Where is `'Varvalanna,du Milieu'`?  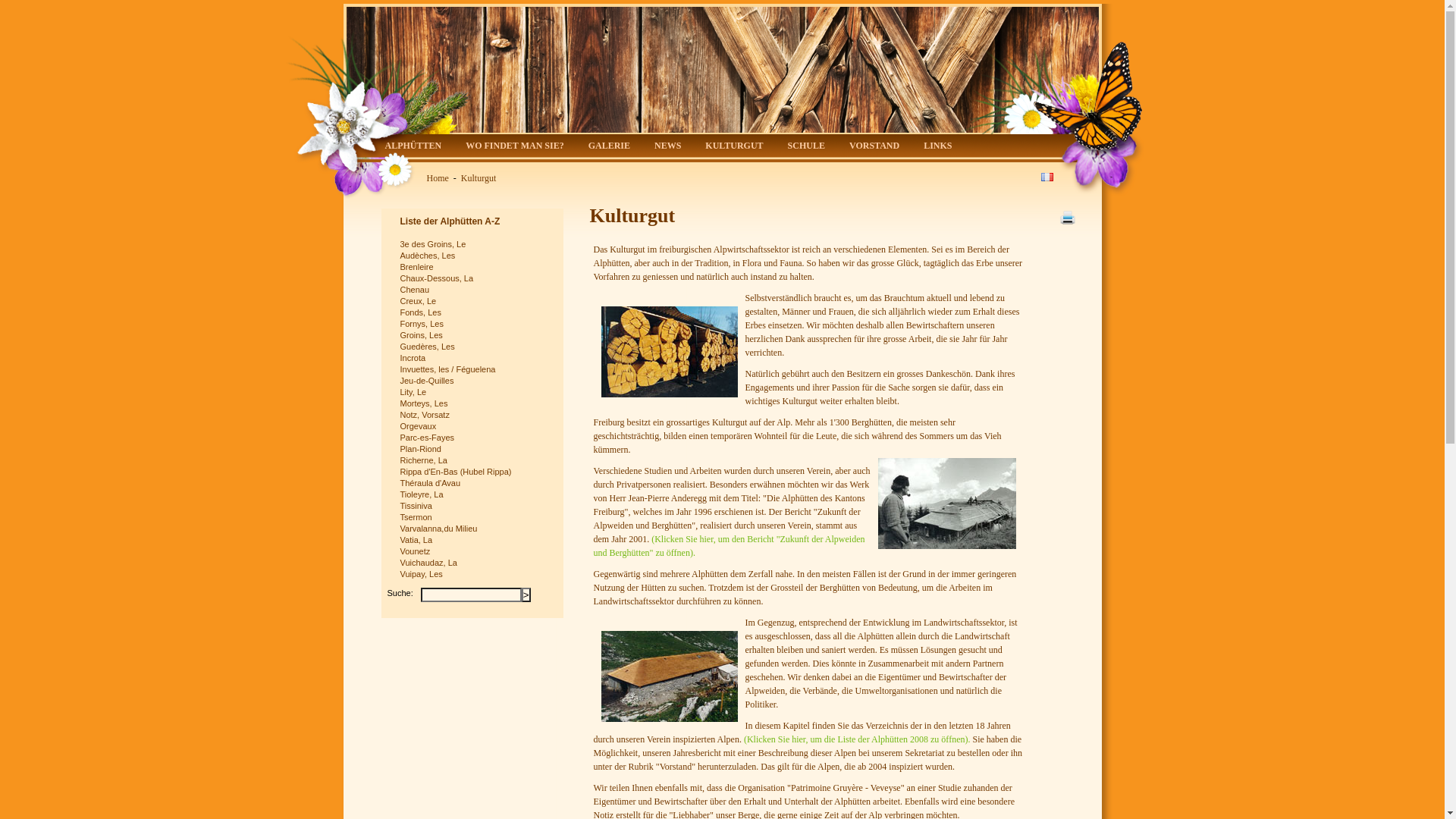
'Varvalanna,du Milieu' is located at coordinates (473, 528).